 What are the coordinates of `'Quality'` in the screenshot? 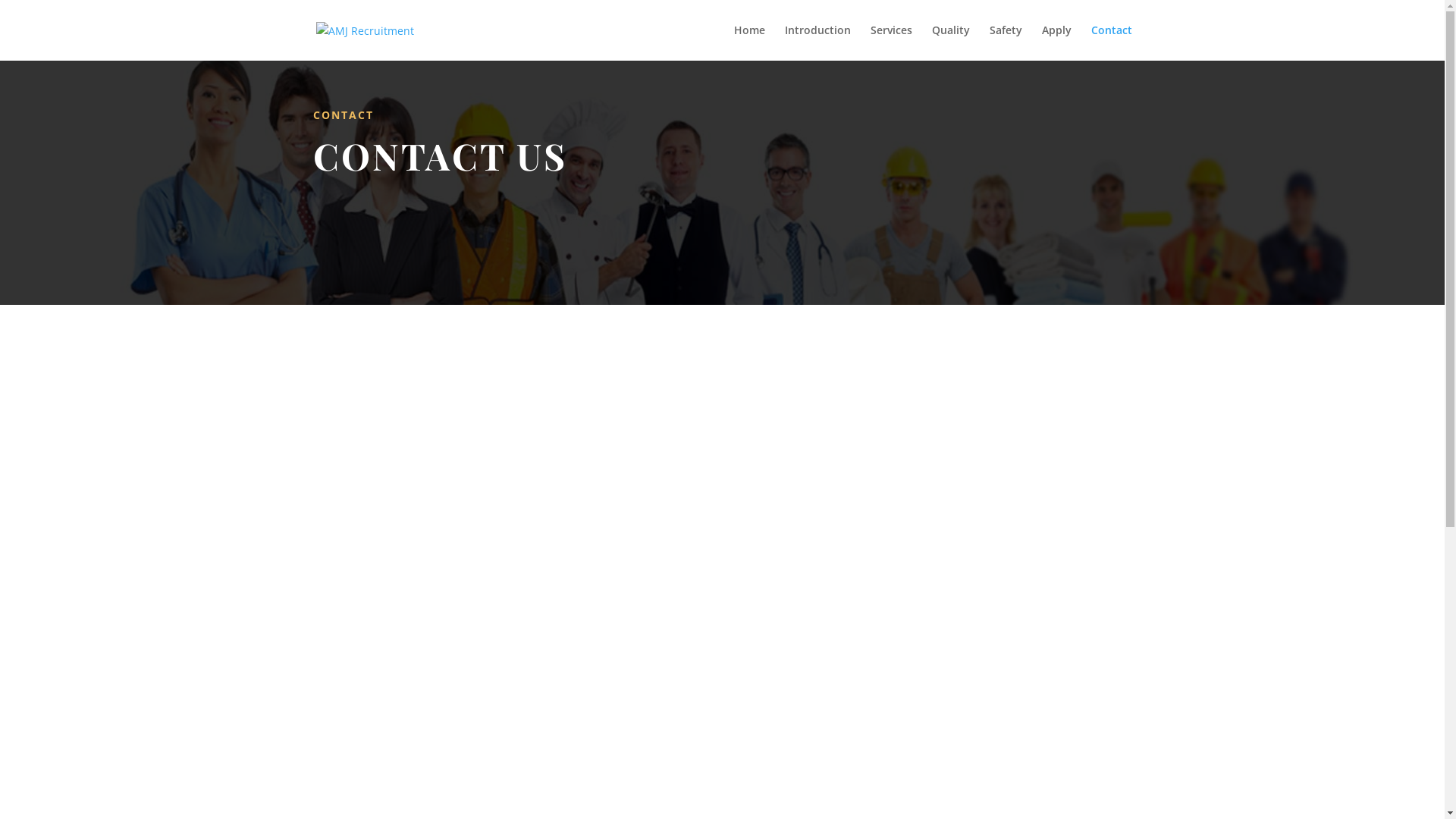 It's located at (949, 42).